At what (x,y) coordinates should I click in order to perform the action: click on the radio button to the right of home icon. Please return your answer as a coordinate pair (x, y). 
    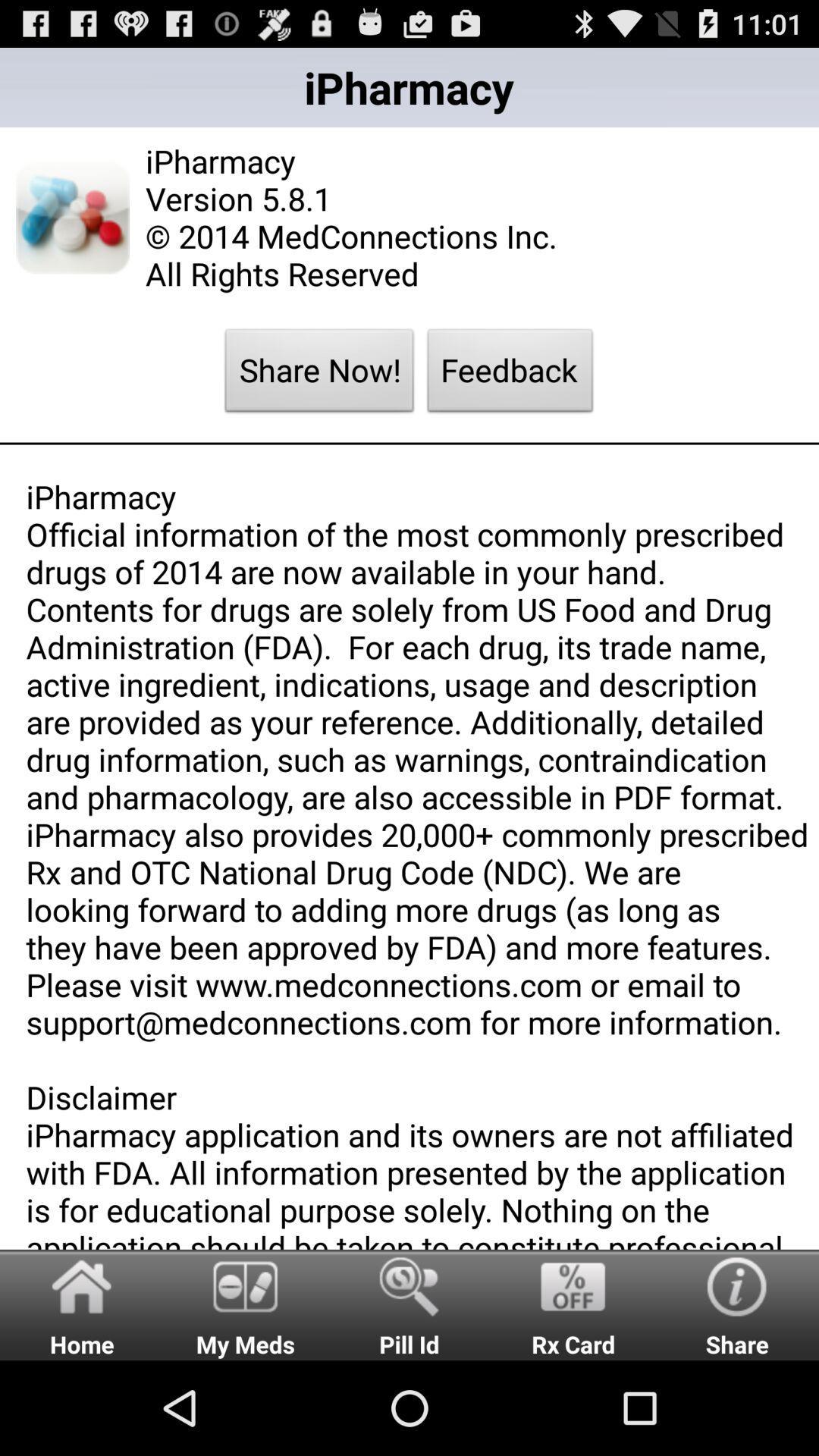
    Looking at the image, I should click on (245, 1304).